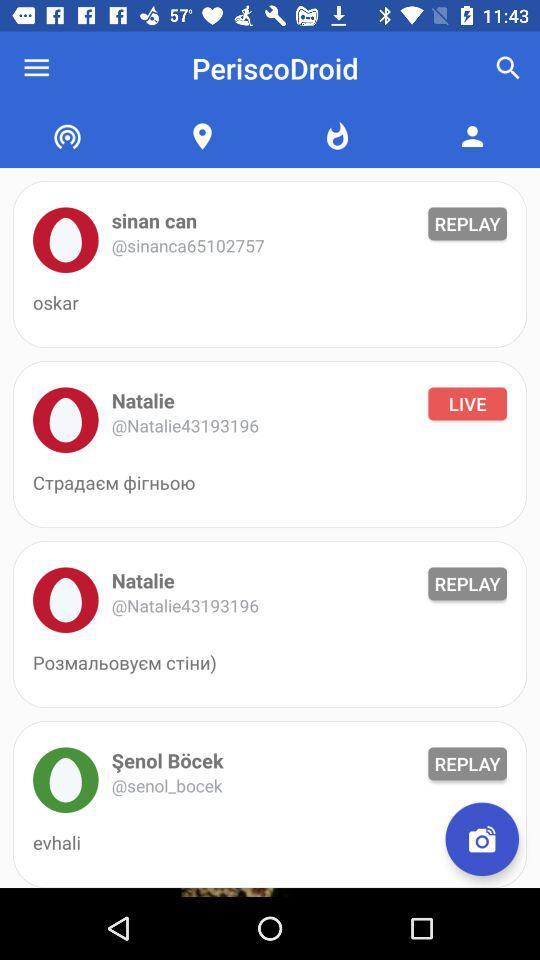 This screenshot has width=540, height=960. I want to click on profile picture icon, so click(65, 419).